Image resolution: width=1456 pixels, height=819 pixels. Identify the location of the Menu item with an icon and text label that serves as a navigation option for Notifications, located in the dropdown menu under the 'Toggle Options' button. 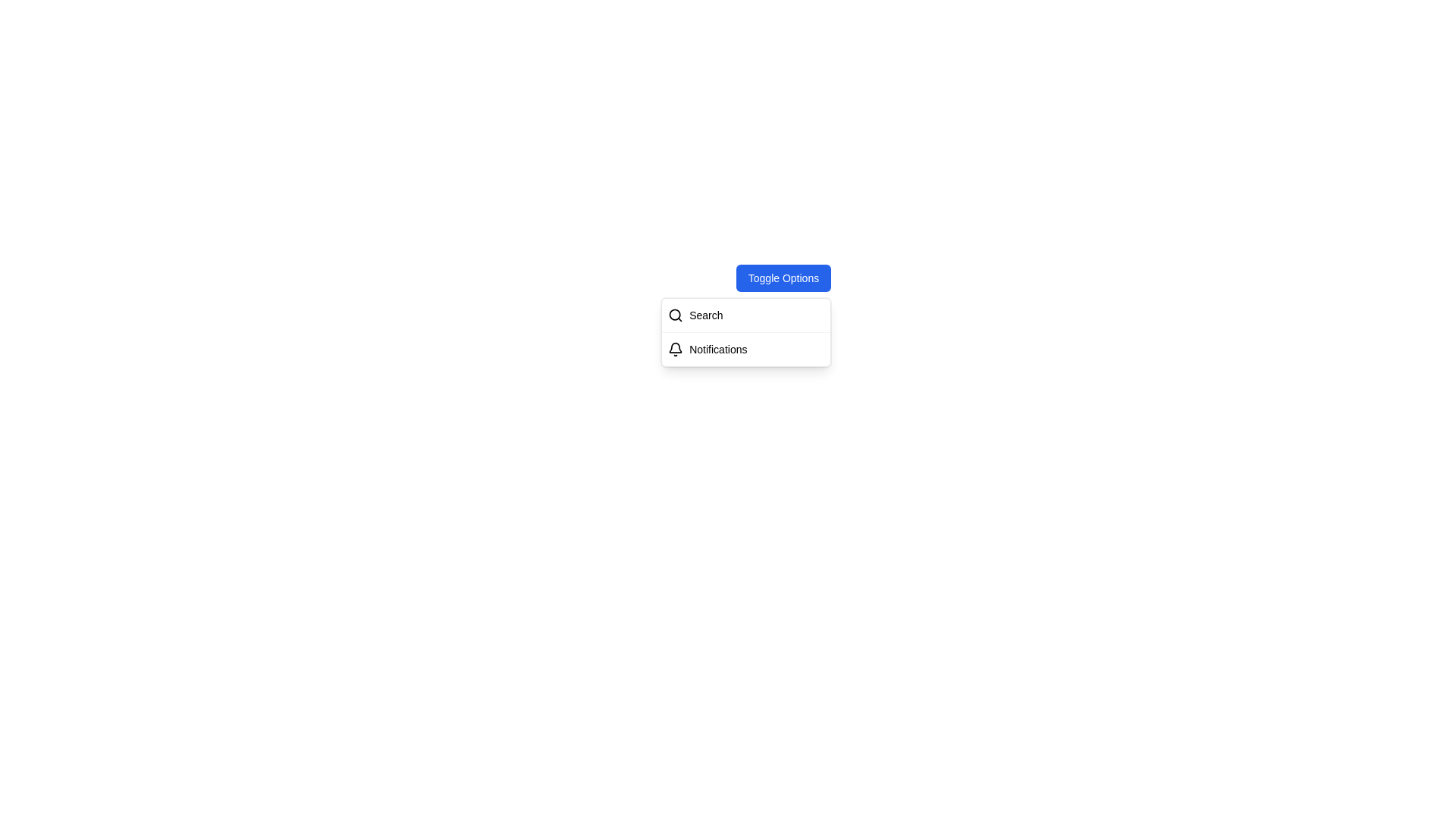
(746, 350).